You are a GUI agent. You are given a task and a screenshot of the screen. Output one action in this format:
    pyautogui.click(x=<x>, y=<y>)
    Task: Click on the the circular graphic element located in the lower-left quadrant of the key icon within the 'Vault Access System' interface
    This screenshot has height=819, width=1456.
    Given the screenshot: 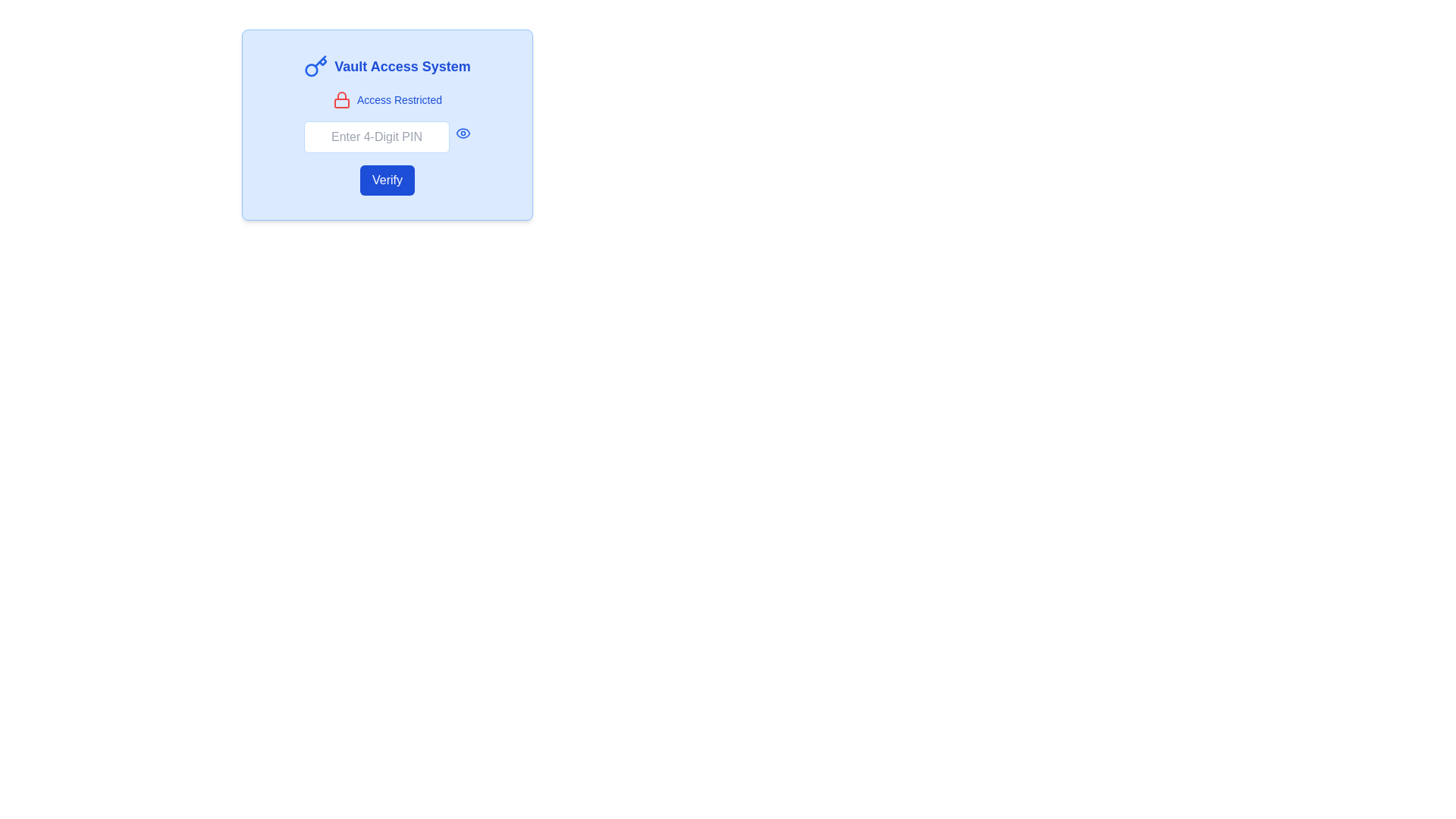 What is the action you would take?
    pyautogui.click(x=311, y=70)
    